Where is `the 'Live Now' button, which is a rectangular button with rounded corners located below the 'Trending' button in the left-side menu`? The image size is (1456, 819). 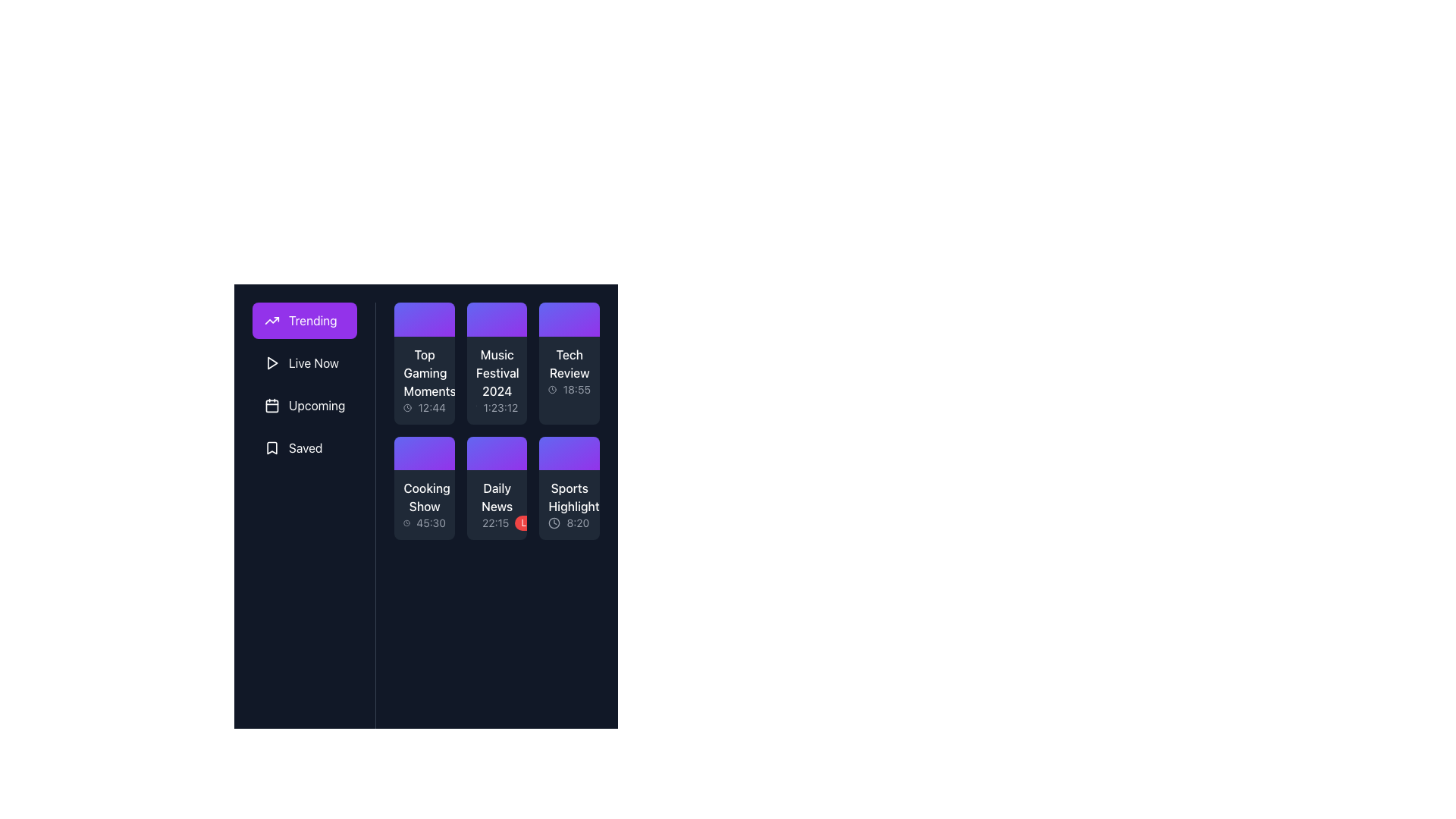 the 'Live Now' button, which is a rectangular button with rounded corners located below the 'Trending' button in the left-side menu is located at coordinates (304, 362).